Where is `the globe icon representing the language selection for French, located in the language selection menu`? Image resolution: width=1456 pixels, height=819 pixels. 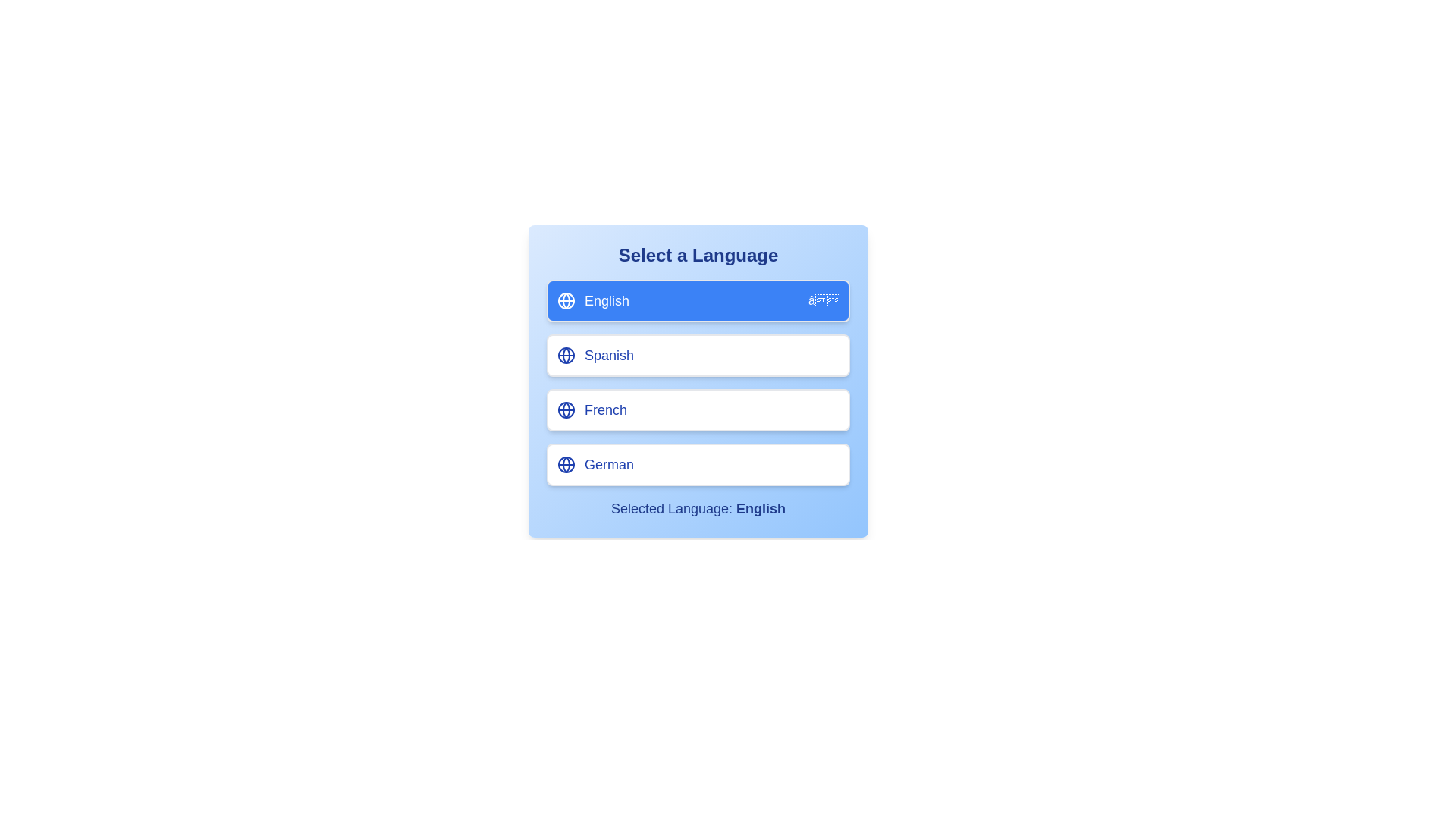
the globe icon representing the language selection for French, located in the language selection menu is located at coordinates (566, 409).